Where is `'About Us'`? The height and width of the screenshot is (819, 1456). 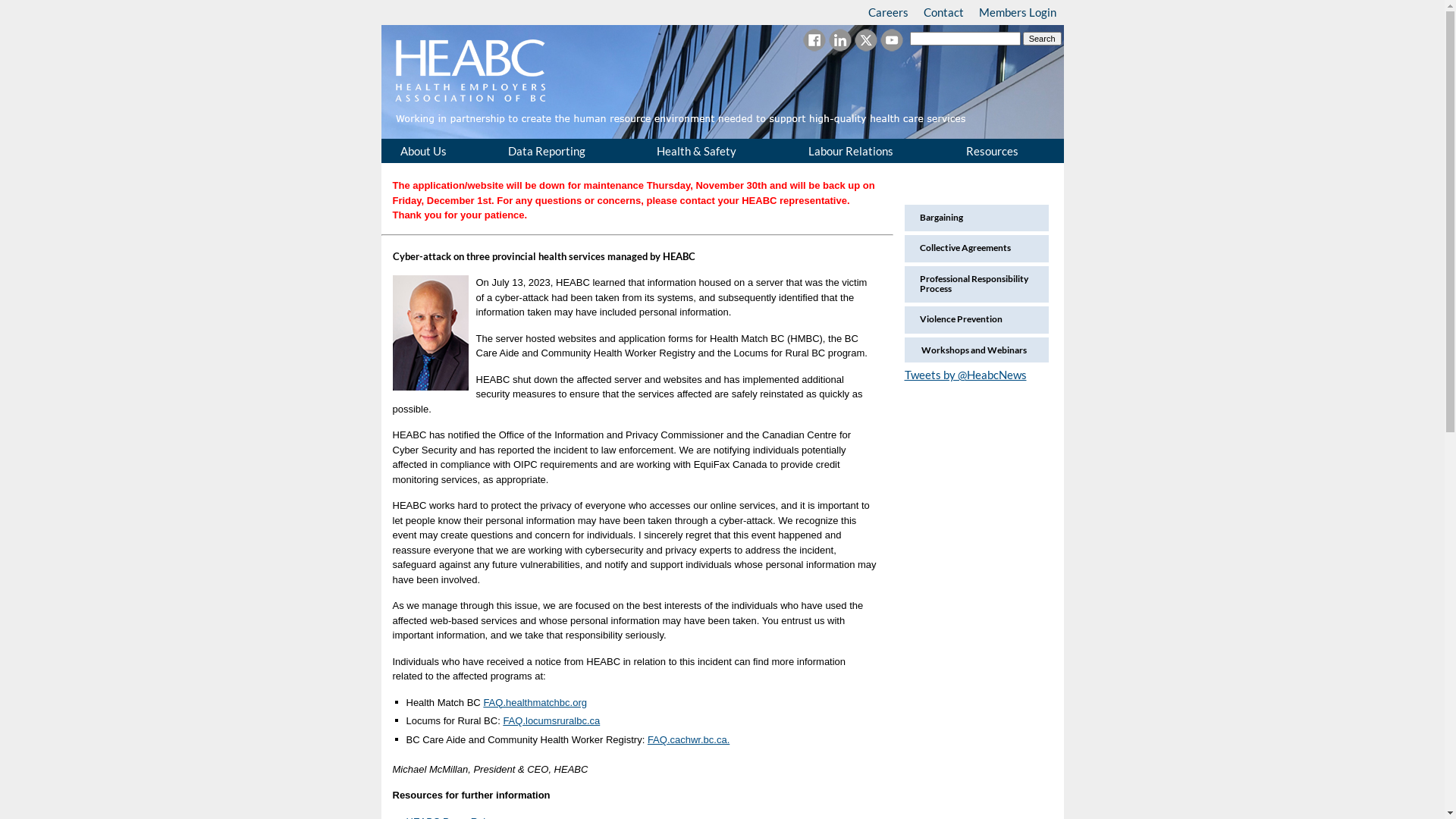 'About Us' is located at coordinates (381, 150).